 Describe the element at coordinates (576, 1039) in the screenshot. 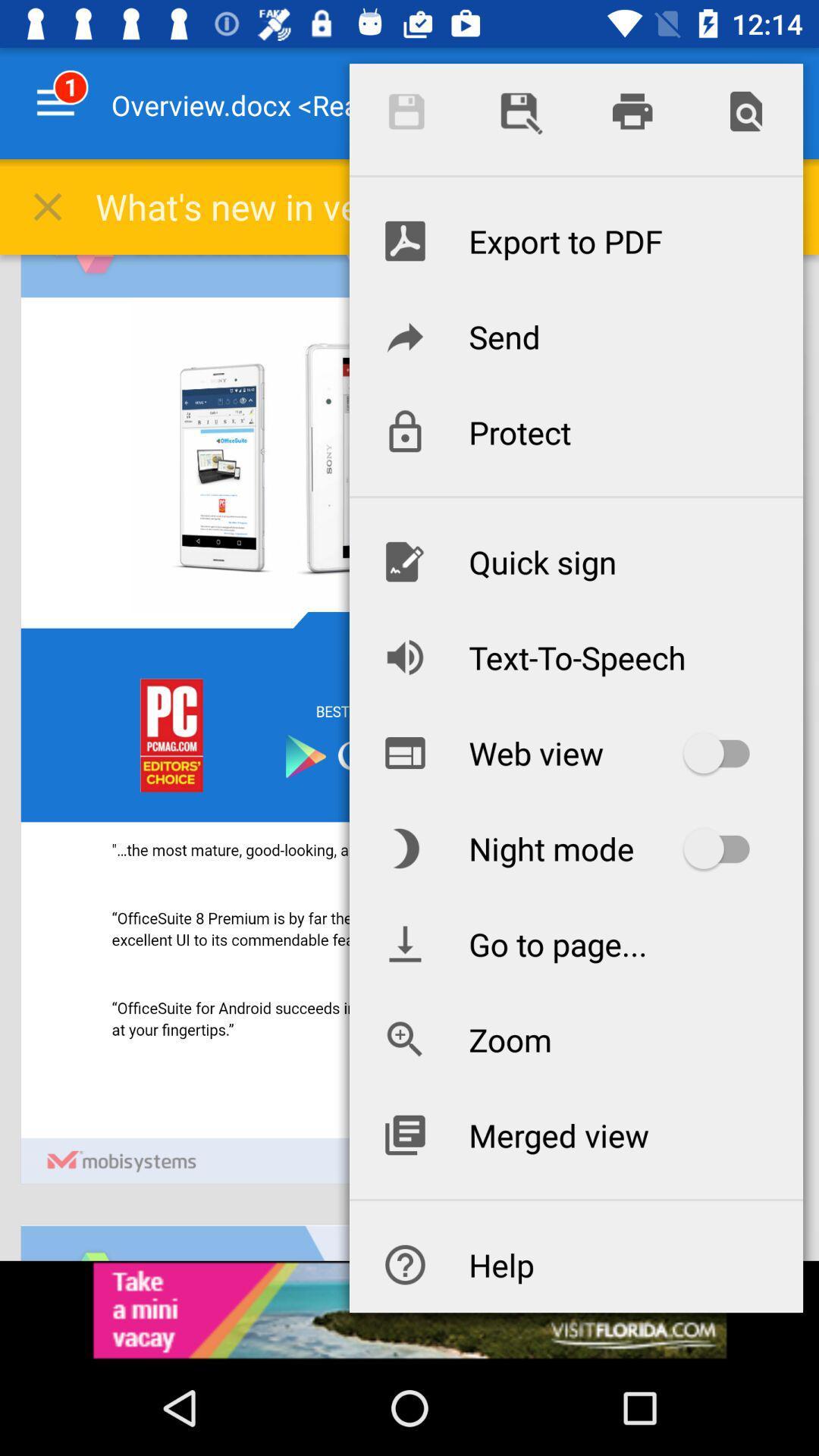

I see `item below the go to page... icon` at that location.